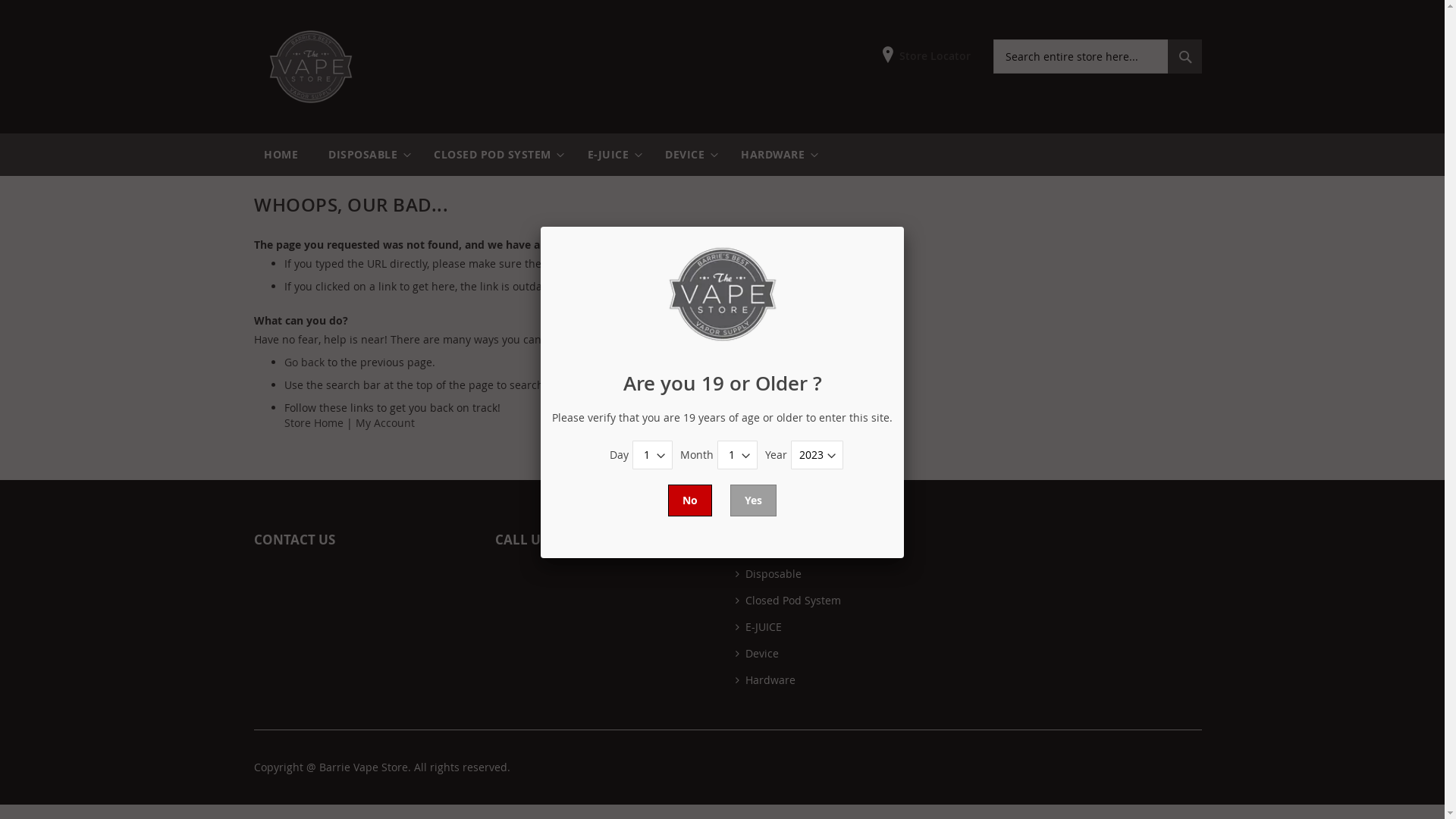 The image size is (1456, 819). Describe the element at coordinates (248, 155) in the screenshot. I see `'HOME'` at that location.